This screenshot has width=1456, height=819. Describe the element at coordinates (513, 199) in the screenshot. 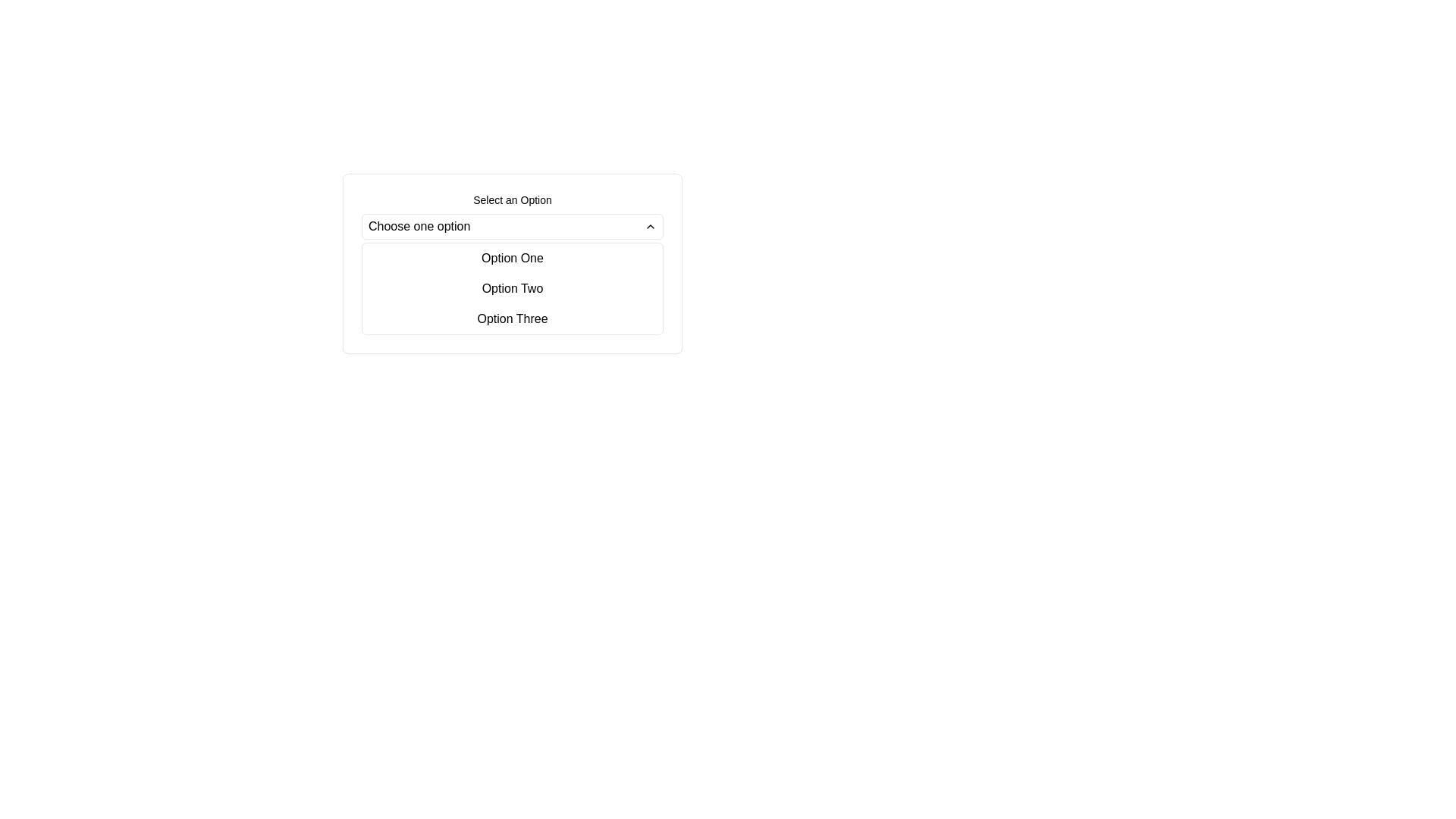

I see `the label that provides context for the dropdown menu, positioned directly above the 'Choose one option' dropdown` at that location.